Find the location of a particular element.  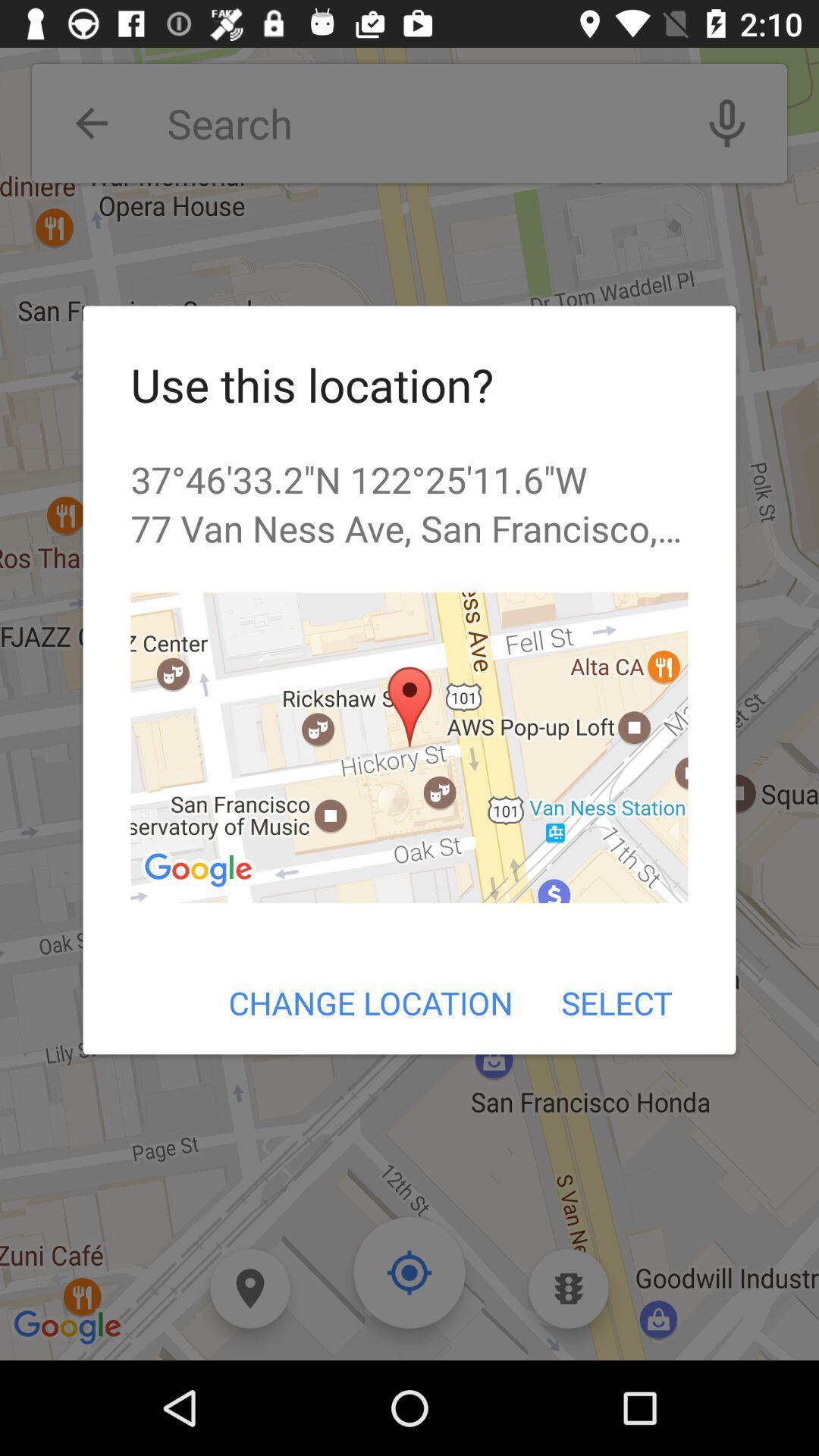

the item next to the change location icon is located at coordinates (617, 1003).